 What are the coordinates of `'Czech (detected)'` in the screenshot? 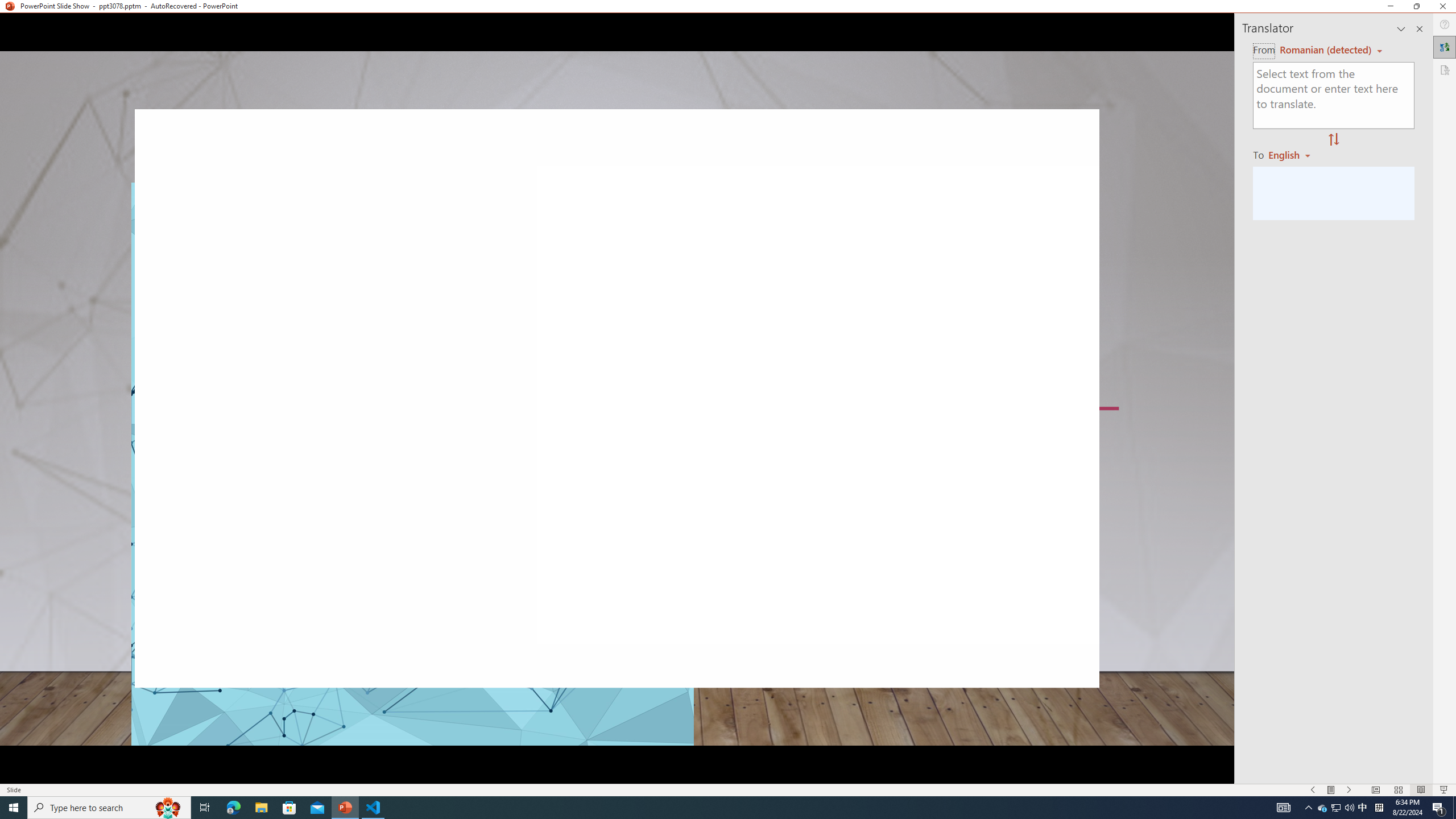 It's located at (1323, 50).